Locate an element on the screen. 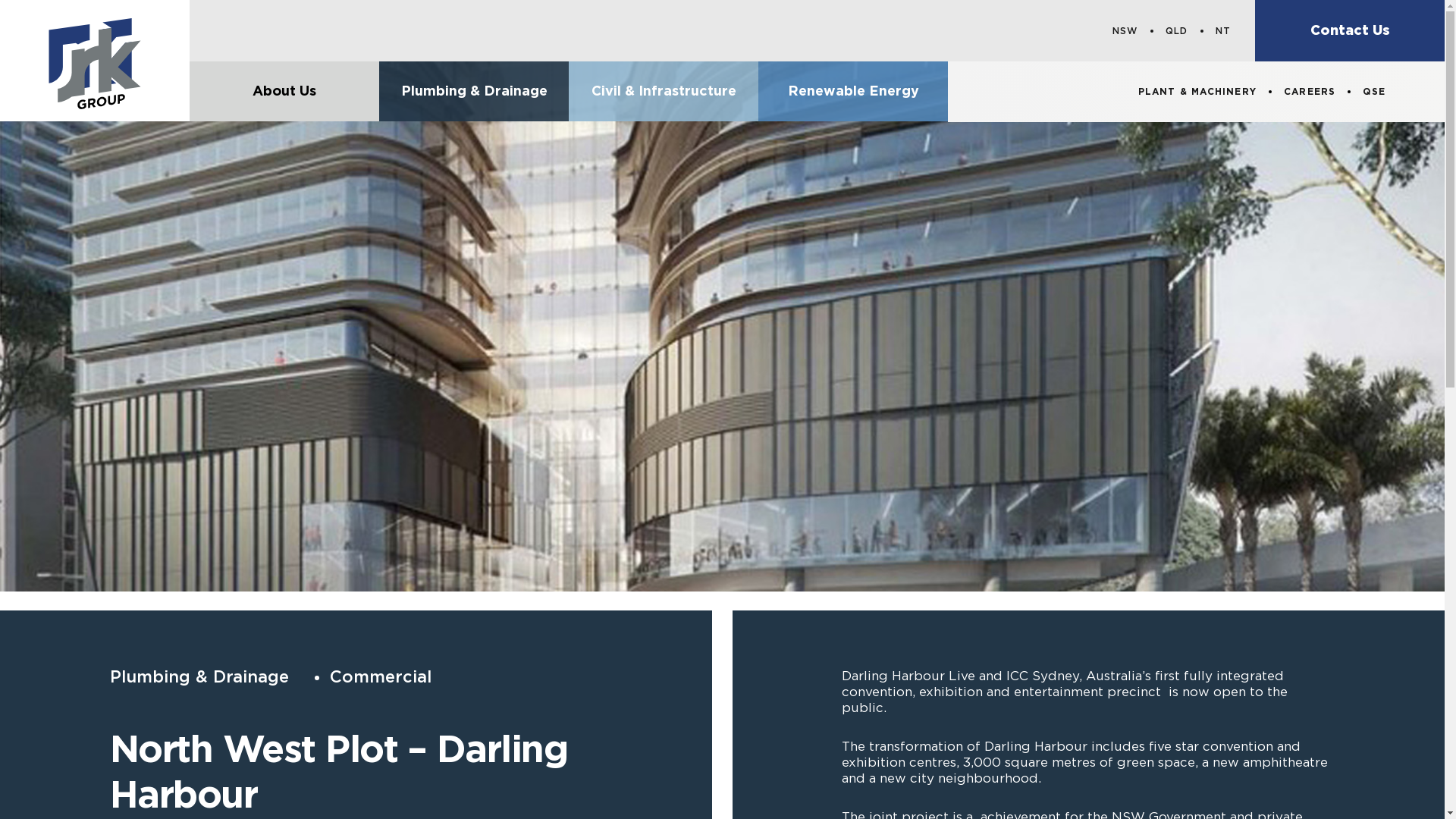 This screenshot has height=819, width=1456. 'Renewable Energy' is located at coordinates (852, 91).